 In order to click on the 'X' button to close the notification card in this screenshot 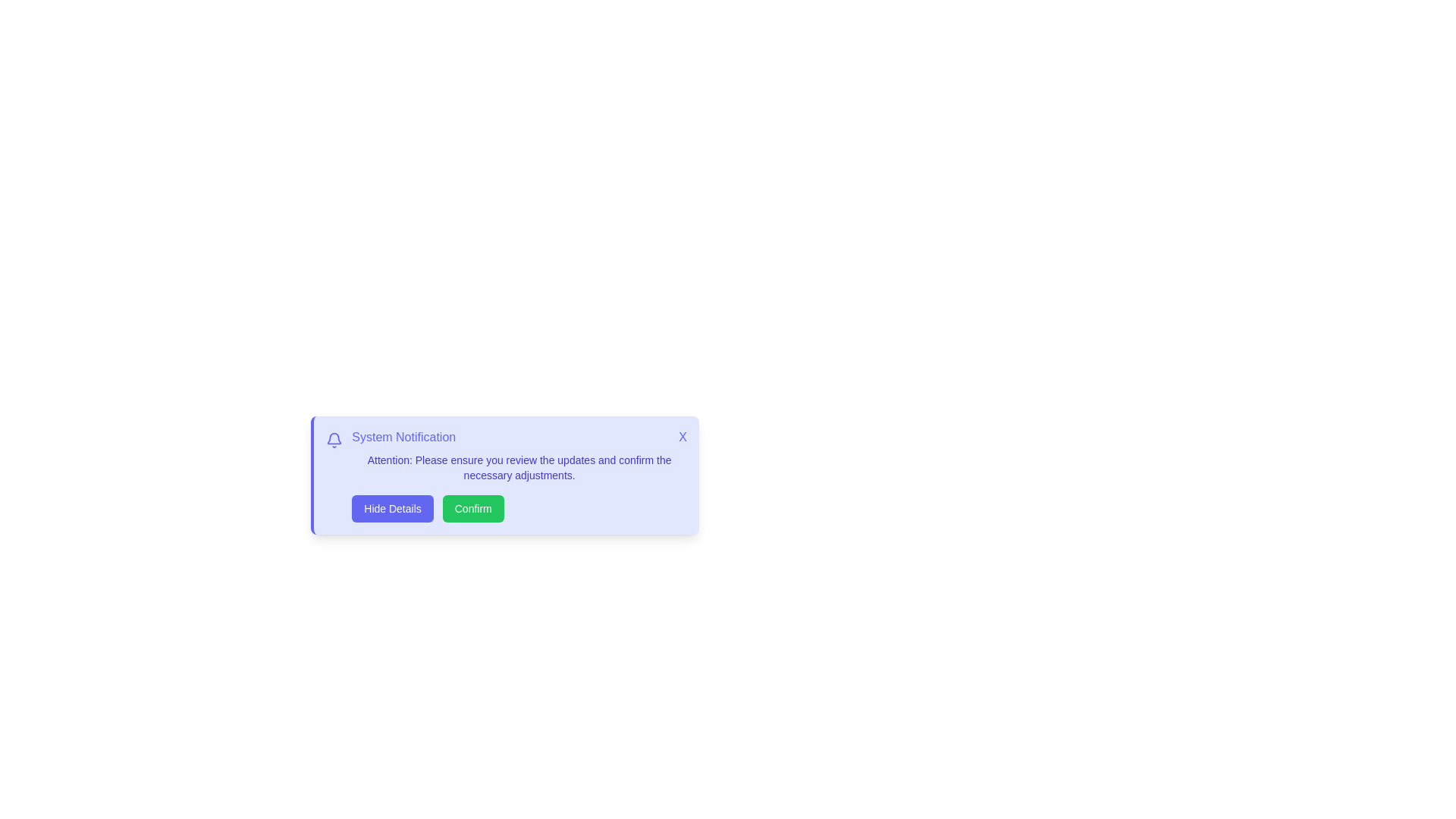, I will do `click(682, 438)`.